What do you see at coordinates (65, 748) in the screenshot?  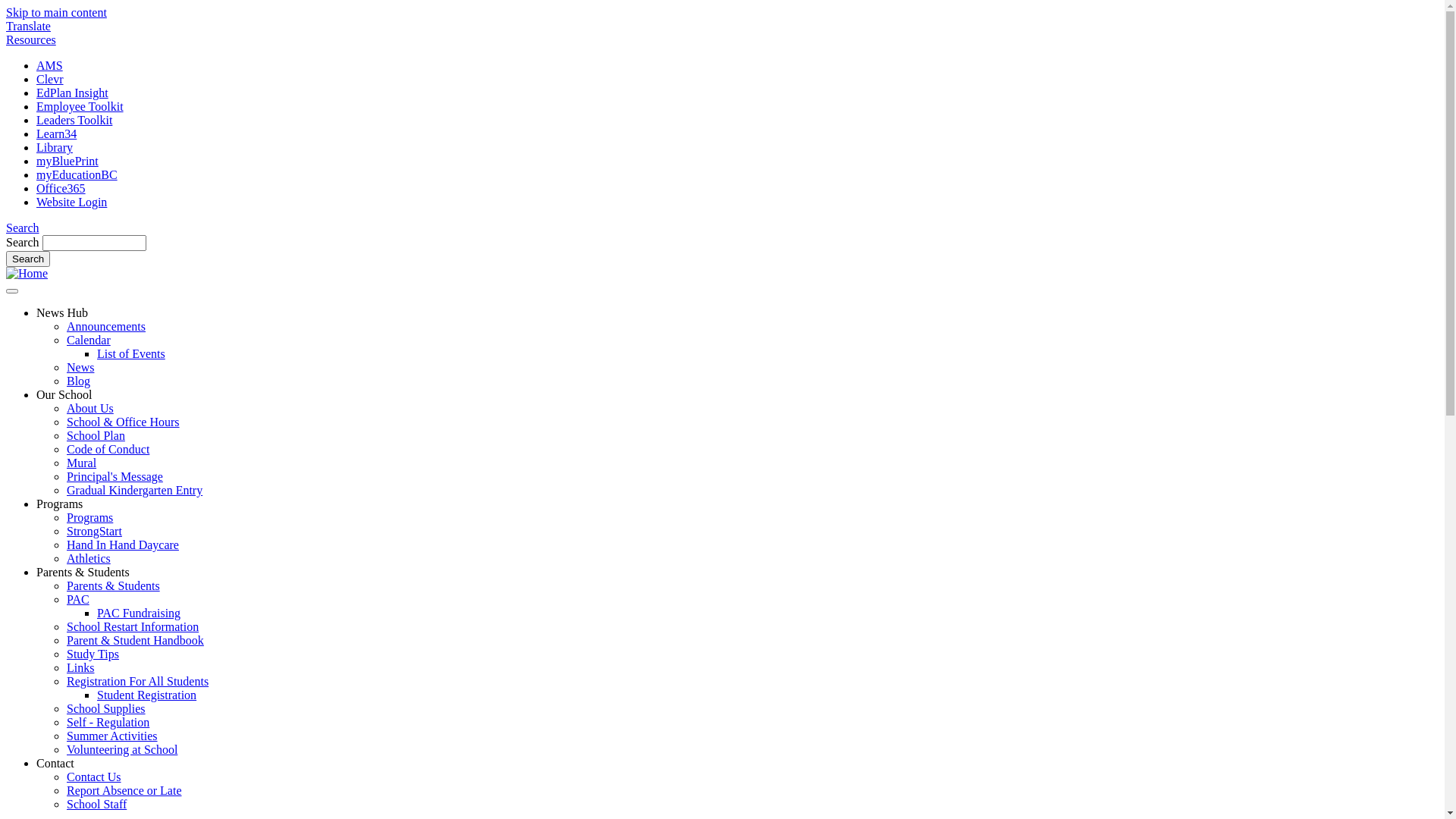 I see `'Volunteering at School'` at bounding box center [65, 748].